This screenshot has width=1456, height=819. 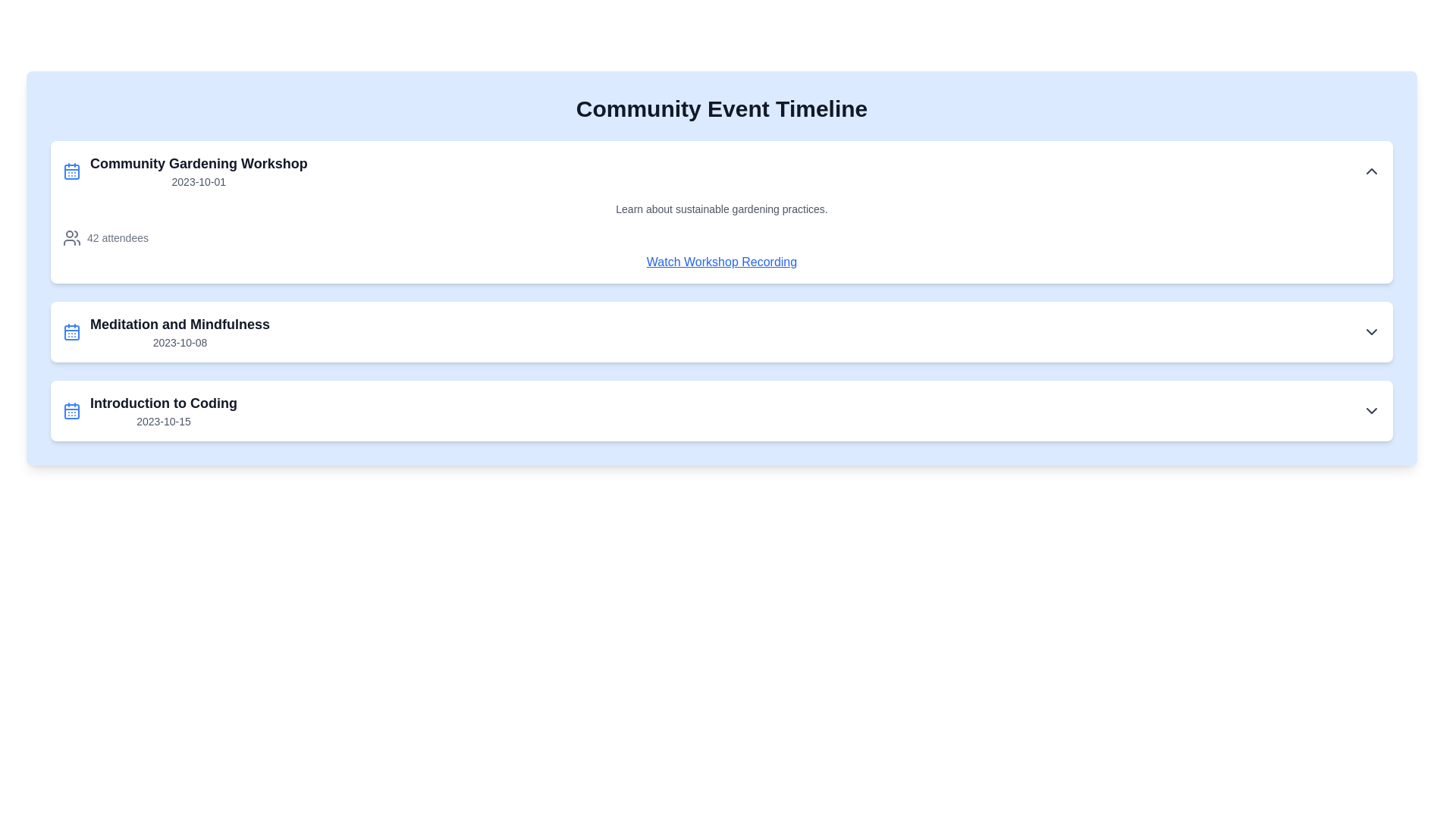 What do you see at coordinates (720, 209) in the screenshot?
I see `the informational text label that describes the workshop topic, positioned above the '42 attendees' text and icon group and below the workshop title` at bounding box center [720, 209].